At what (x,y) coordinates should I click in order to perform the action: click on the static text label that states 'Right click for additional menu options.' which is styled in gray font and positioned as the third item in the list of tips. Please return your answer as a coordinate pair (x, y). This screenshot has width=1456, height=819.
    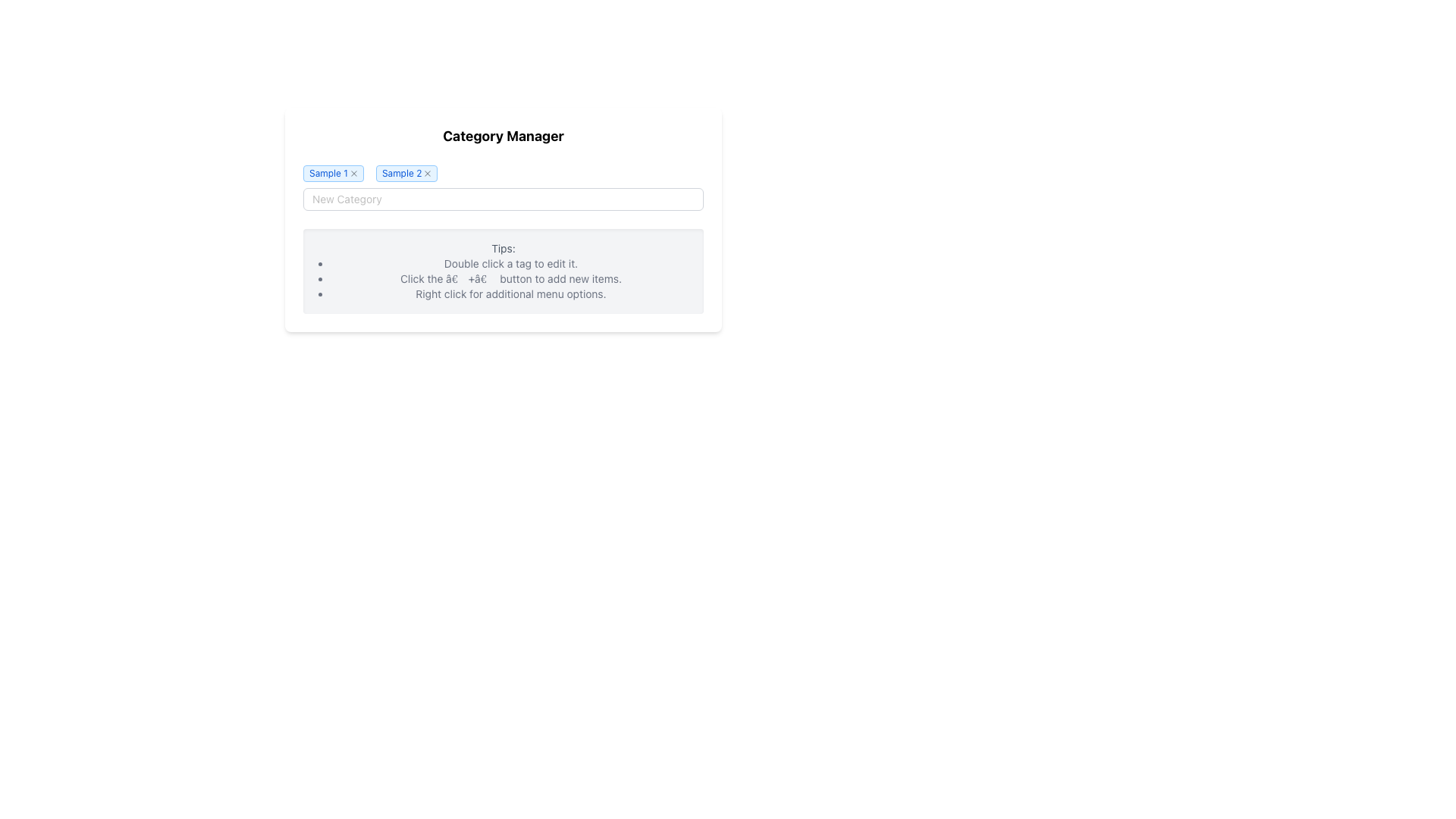
    Looking at the image, I should click on (510, 294).